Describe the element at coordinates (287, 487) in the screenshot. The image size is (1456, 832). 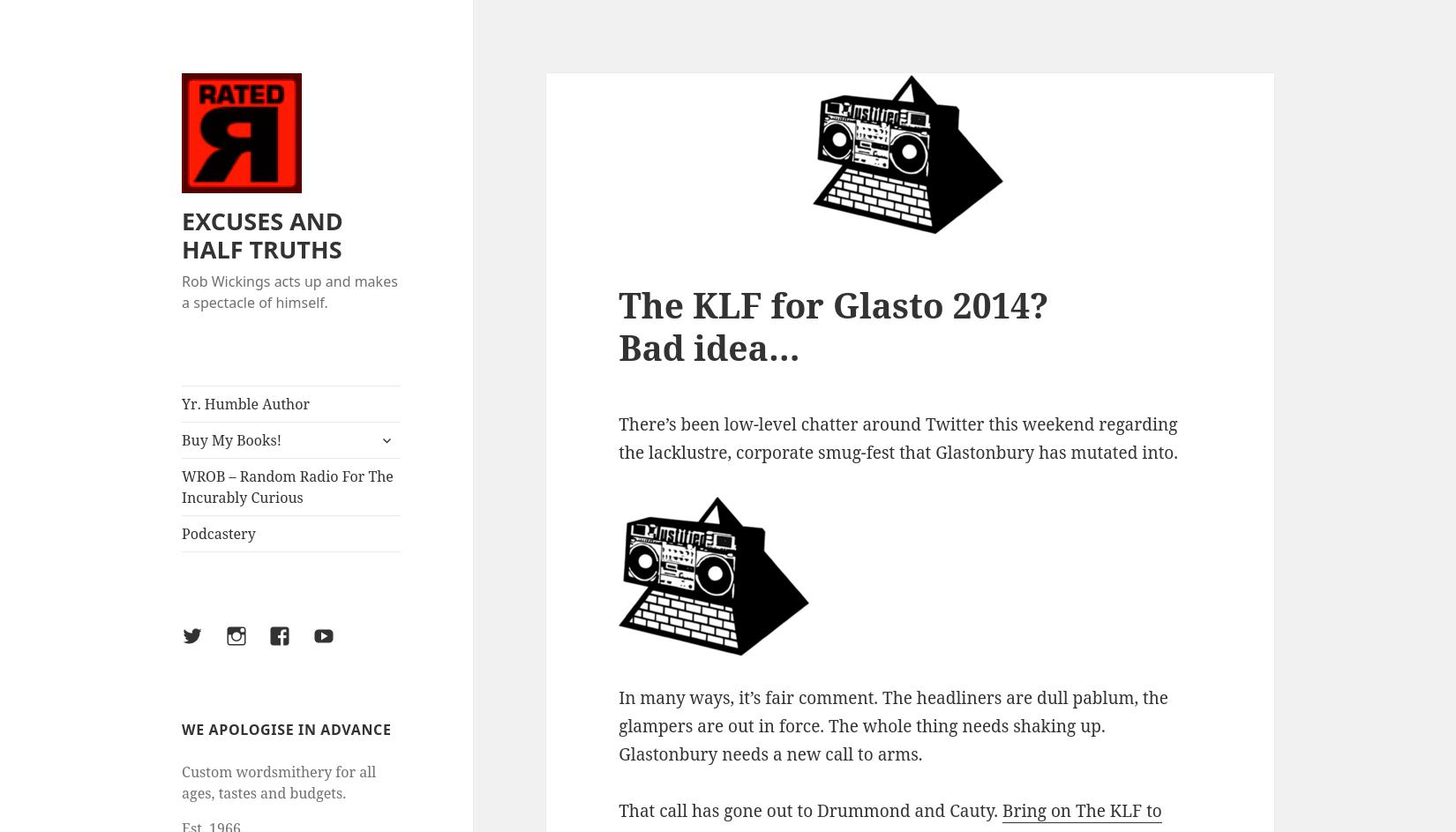
I see `'WROB – Random Radio For The Incurably Curious'` at that location.